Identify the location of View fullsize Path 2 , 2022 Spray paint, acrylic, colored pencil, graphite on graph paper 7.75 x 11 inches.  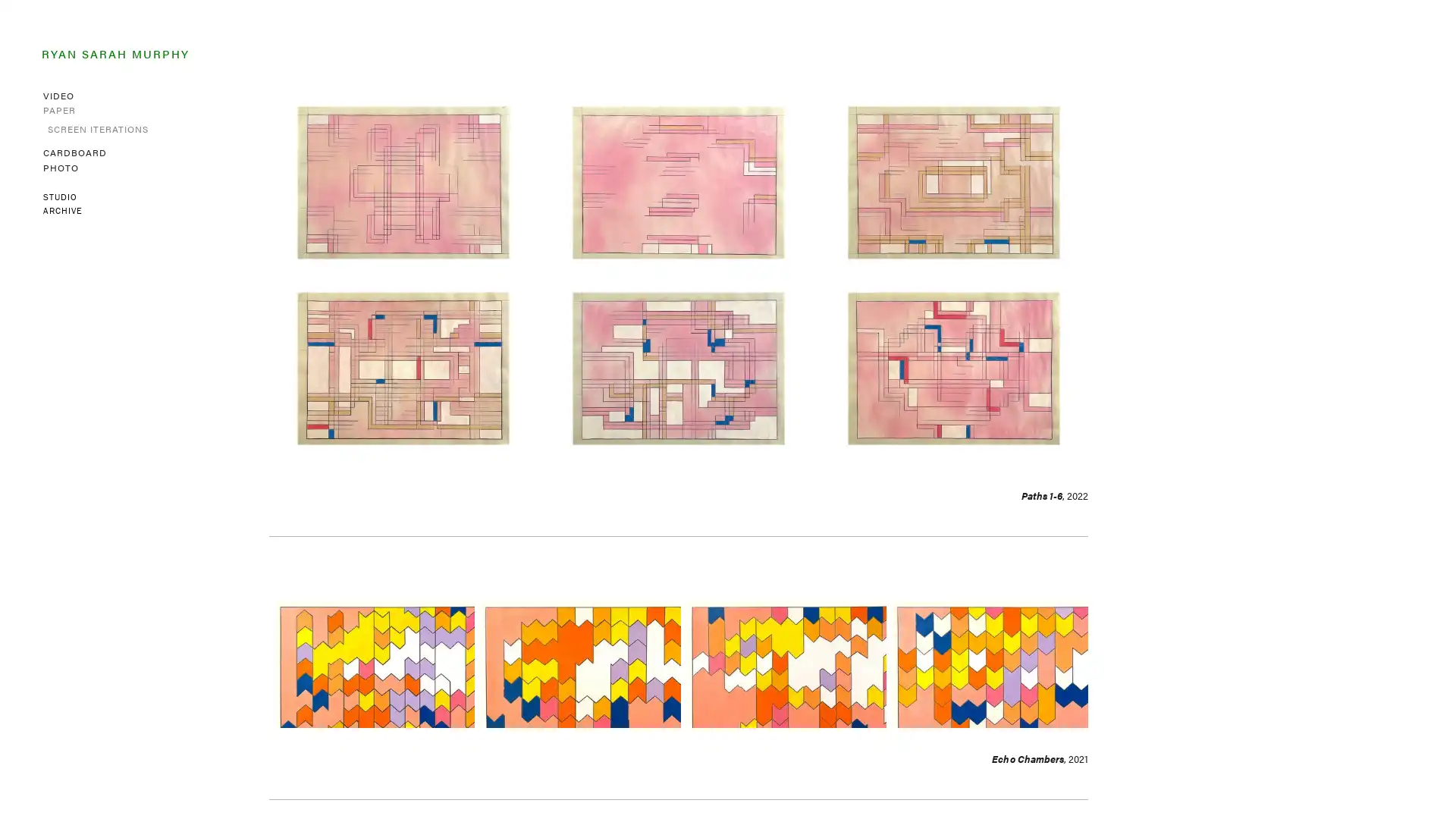
(677, 181).